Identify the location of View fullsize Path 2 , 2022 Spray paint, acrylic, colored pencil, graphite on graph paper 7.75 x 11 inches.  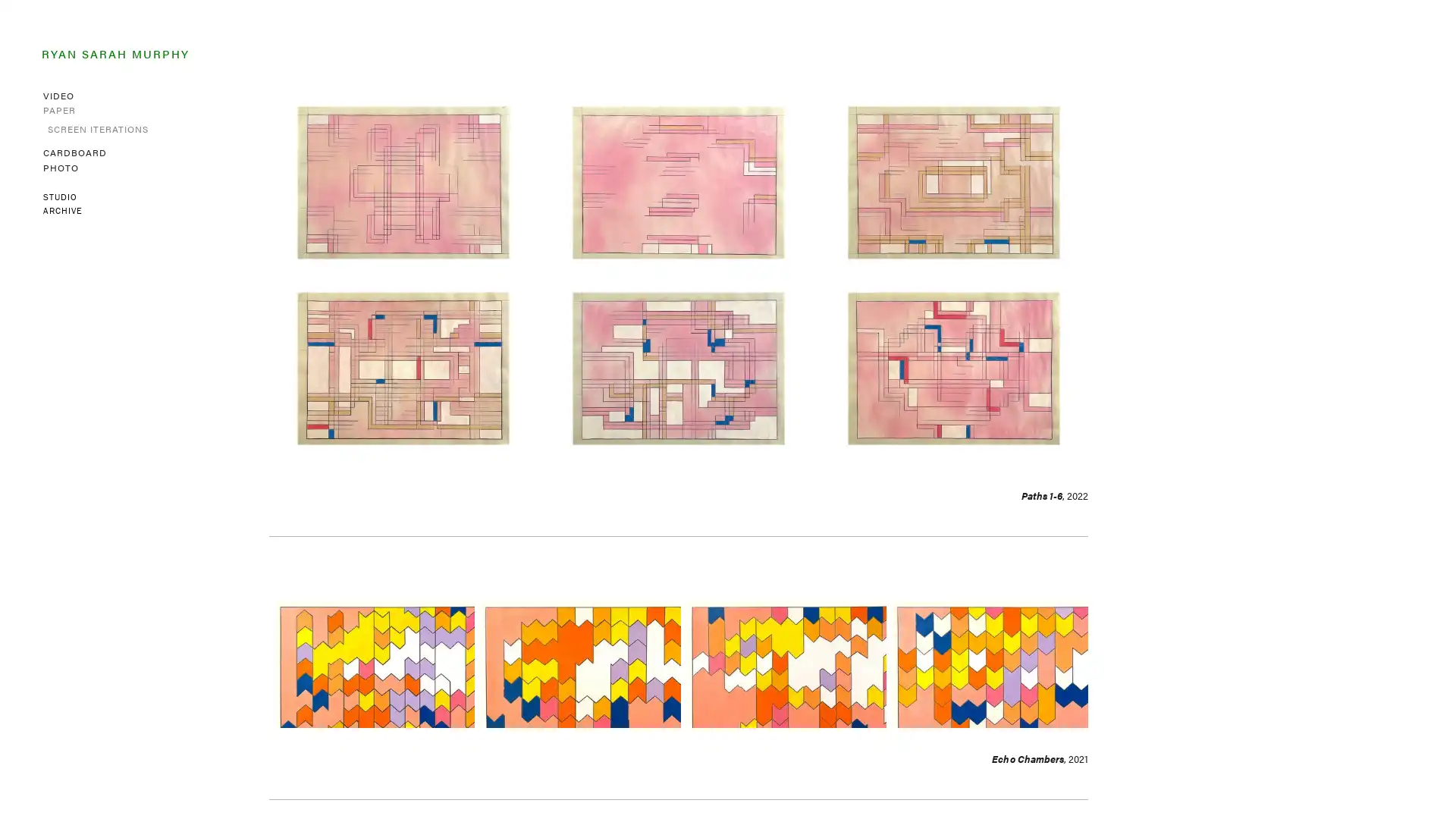
(677, 181).